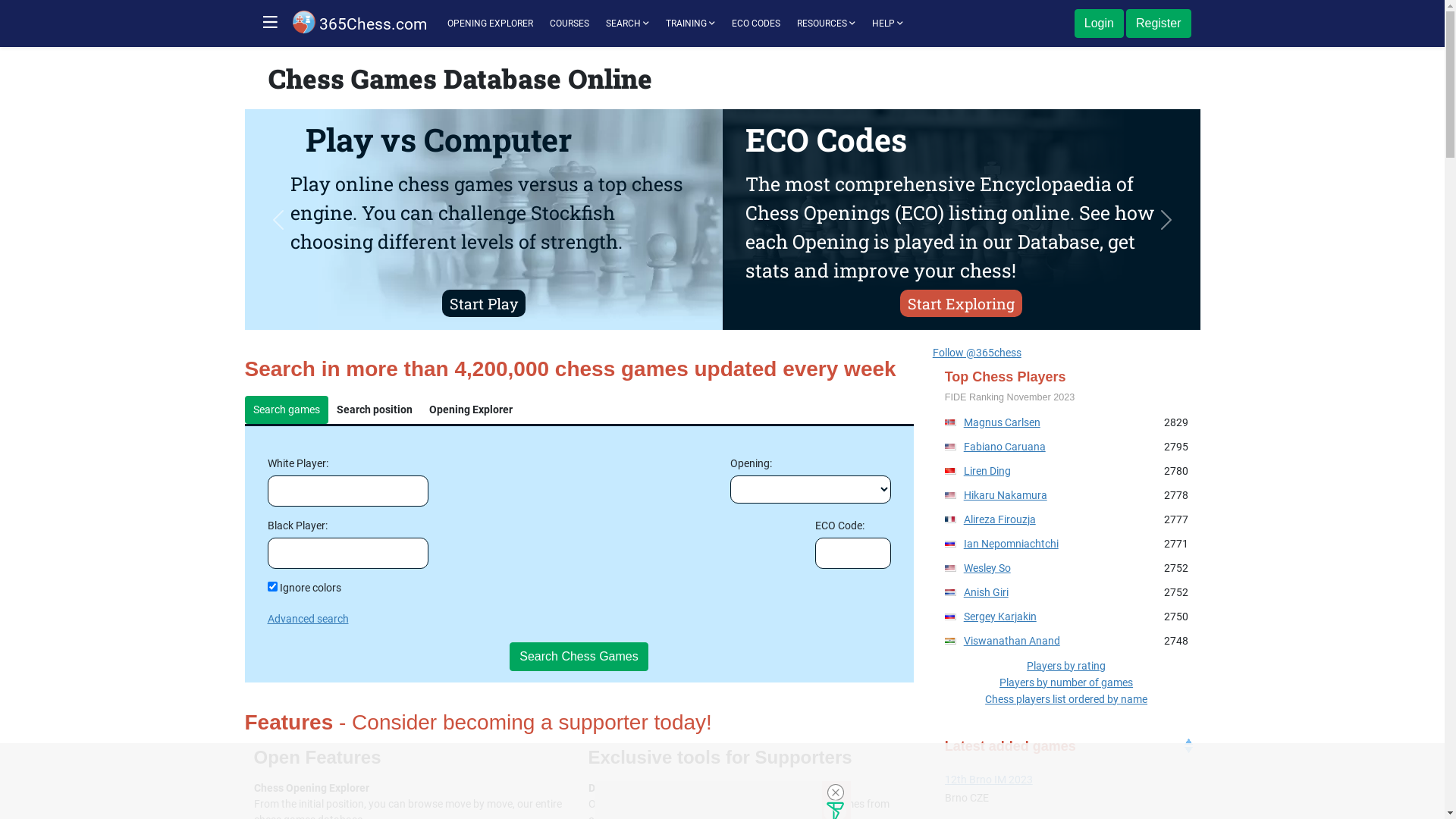  Describe the element at coordinates (987, 470) in the screenshot. I see `'Liren Ding'` at that location.